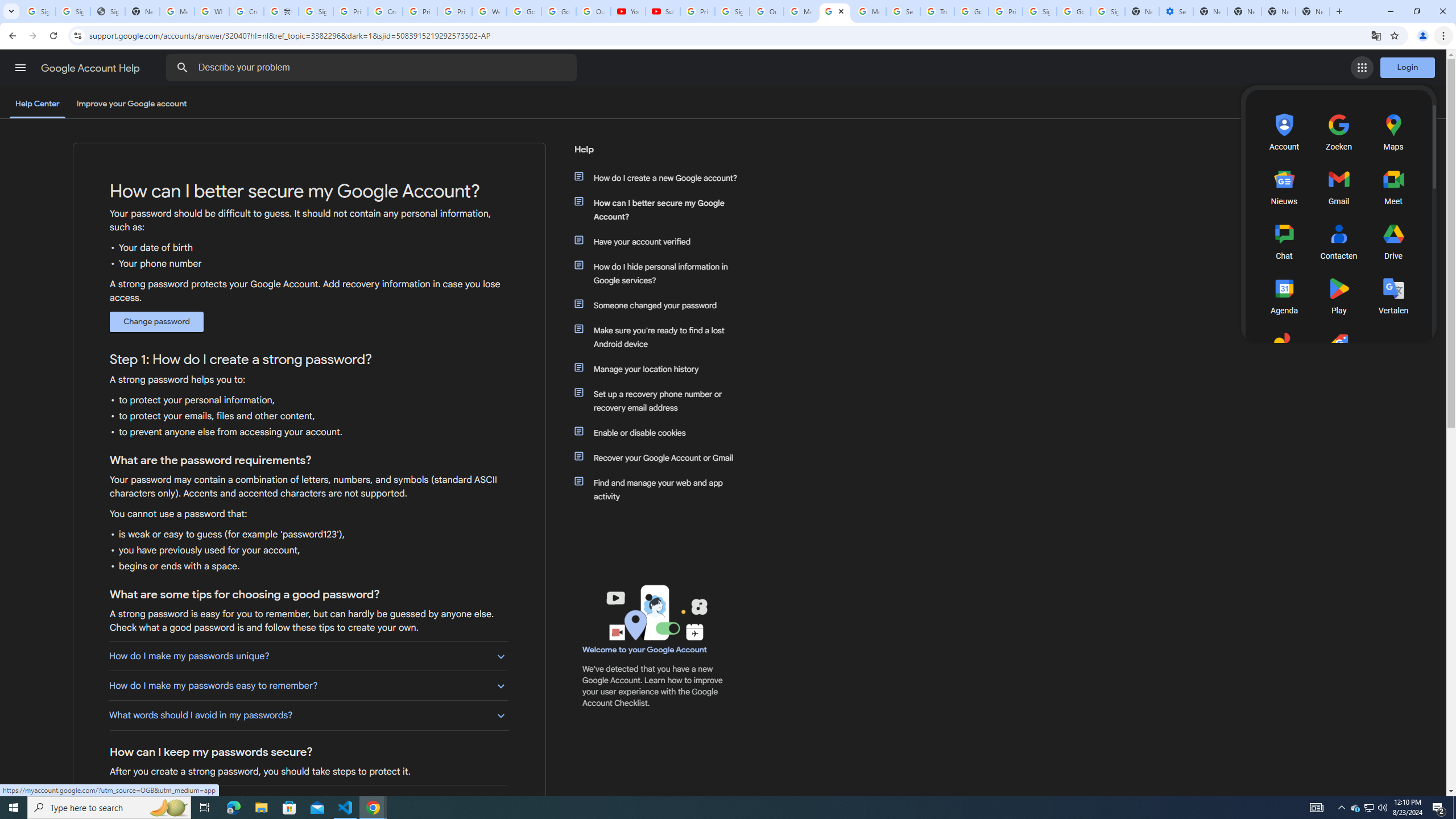 This screenshot has height=819, width=1456. What do you see at coordinates (971, 11) in the screenshot?
I see `'Google Ads - Sign in'` at bounding box center [971, 11].